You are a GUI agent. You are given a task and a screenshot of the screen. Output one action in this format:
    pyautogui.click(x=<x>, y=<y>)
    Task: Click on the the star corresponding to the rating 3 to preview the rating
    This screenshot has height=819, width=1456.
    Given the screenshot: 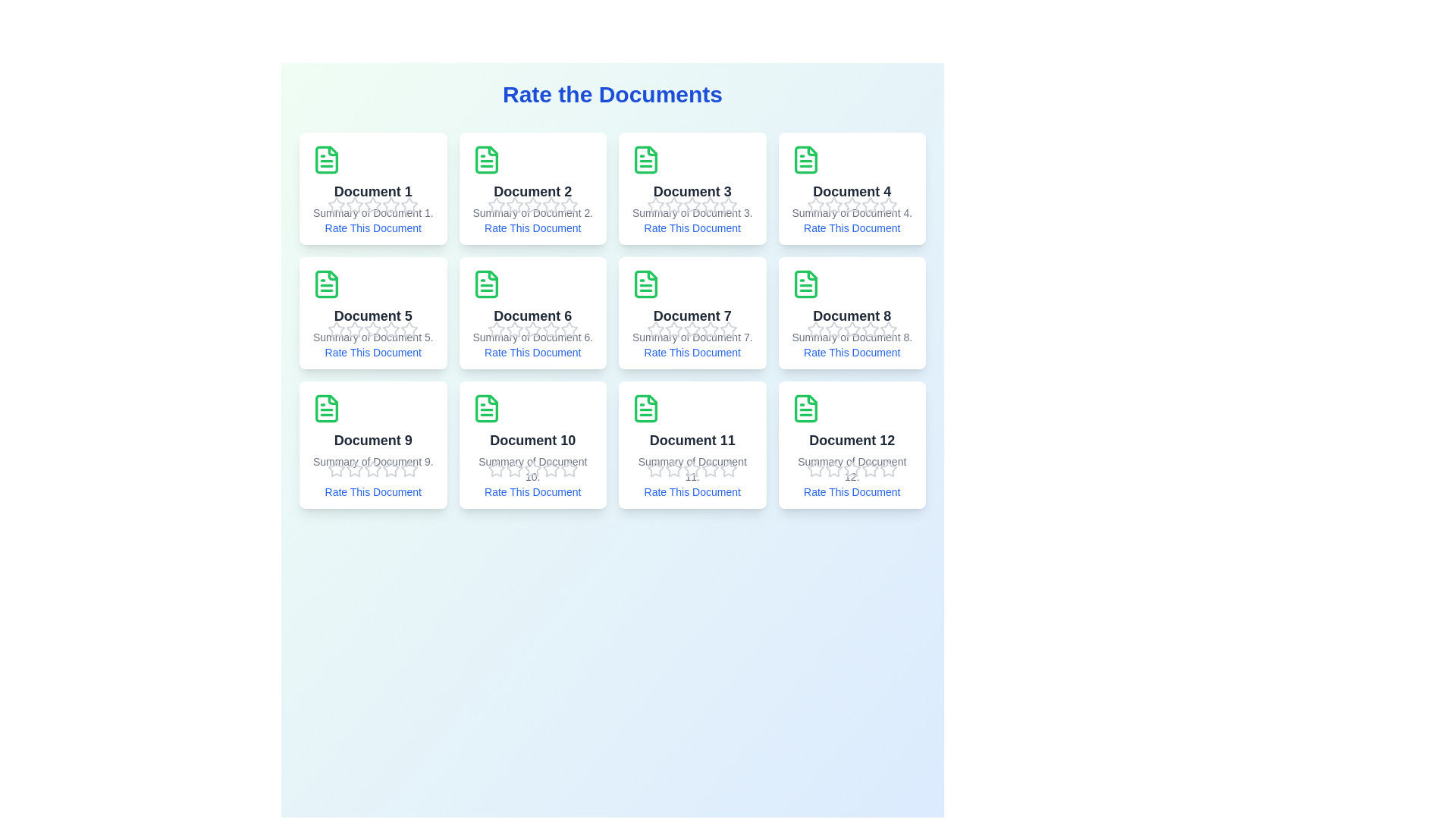 What is the action you would take?
    pyautogui.click(x=373, y=205)
    